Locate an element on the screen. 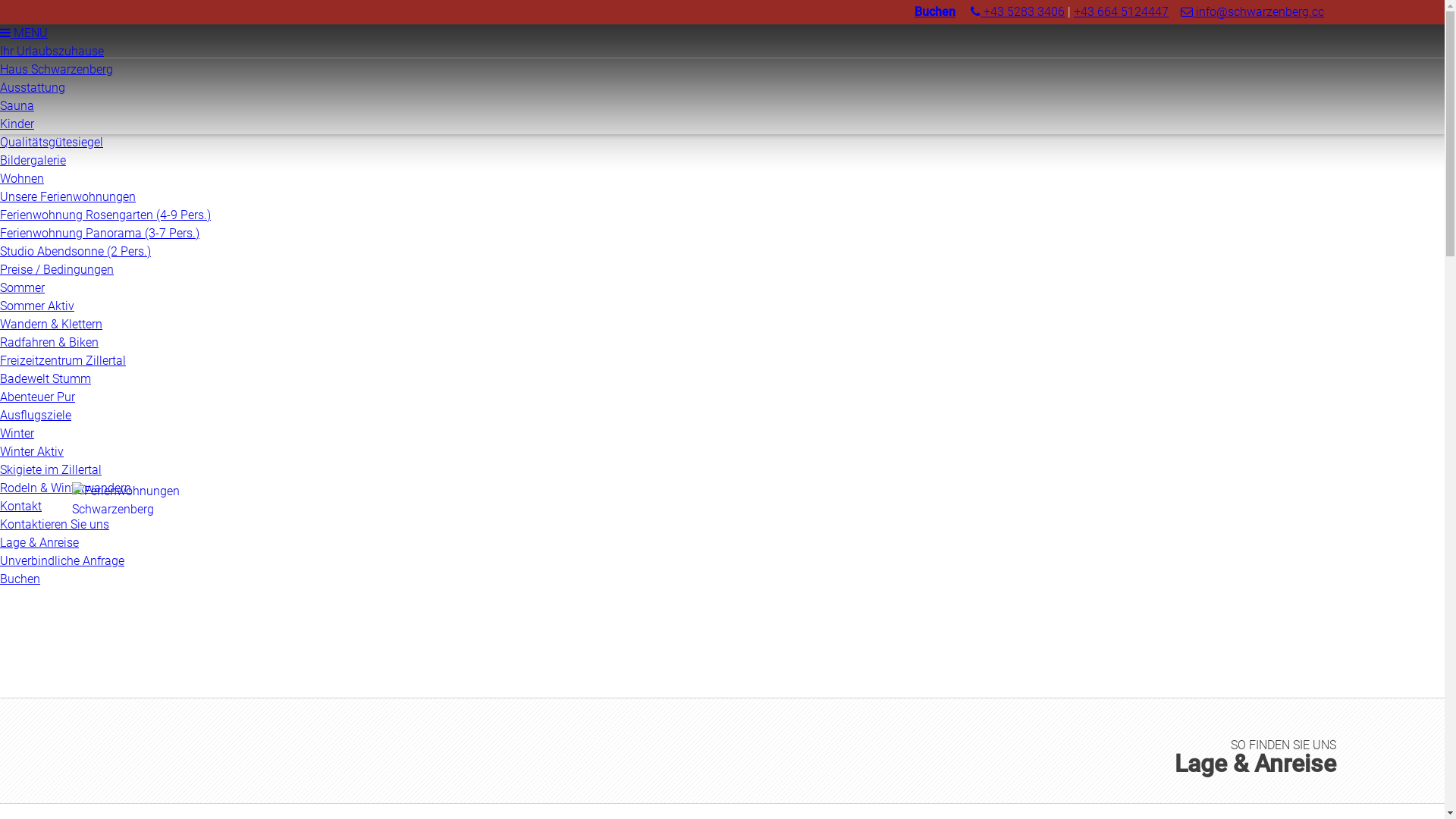  'Freizeitzentrum Zillertal' is located at coordinates (61, 360).